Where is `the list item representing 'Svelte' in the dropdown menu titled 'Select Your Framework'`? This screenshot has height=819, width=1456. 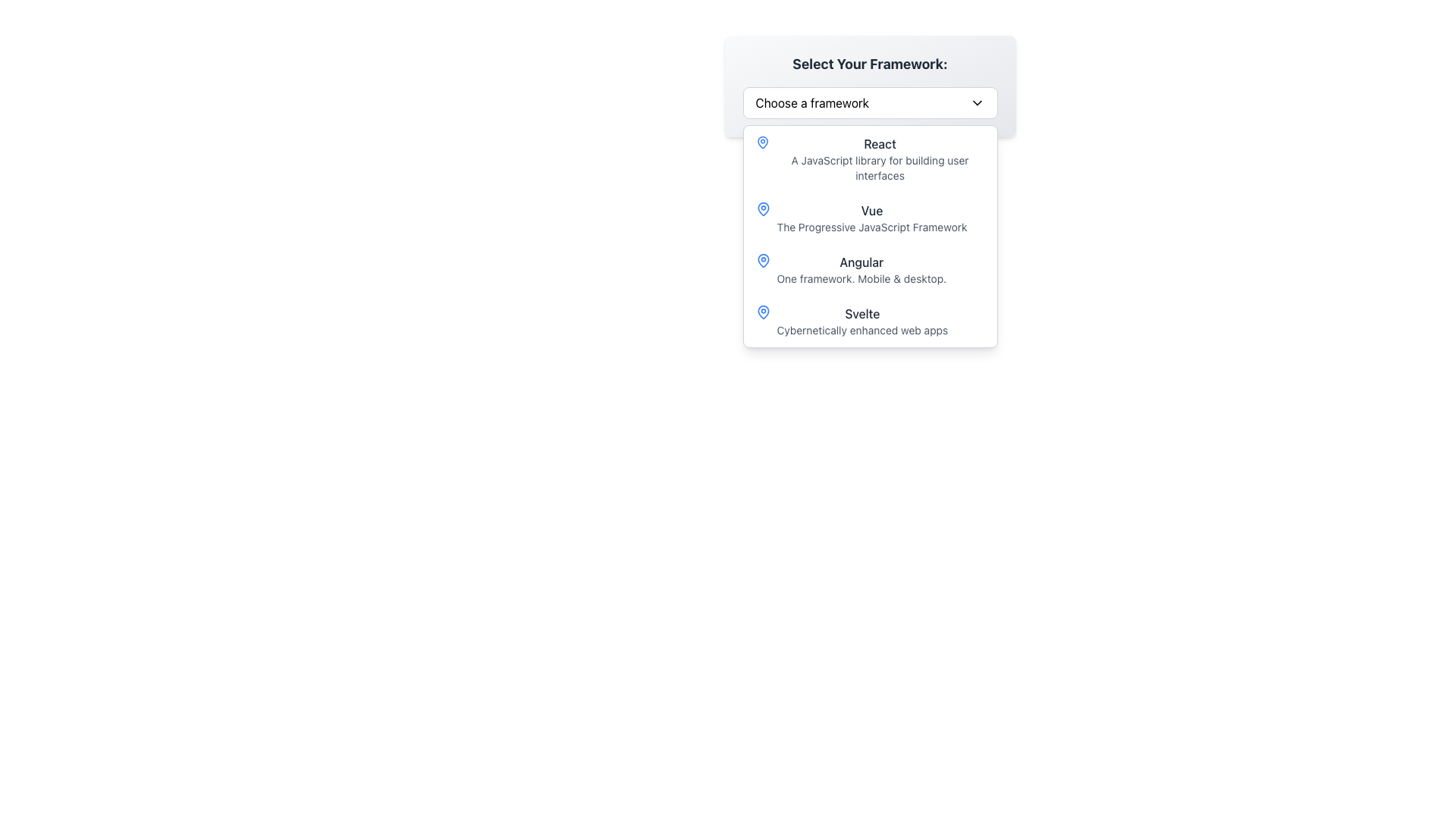 the list item representing 'Svelte' in the dropdown menu titled 'Select Your Framework' is located at coordinates (870, 321).